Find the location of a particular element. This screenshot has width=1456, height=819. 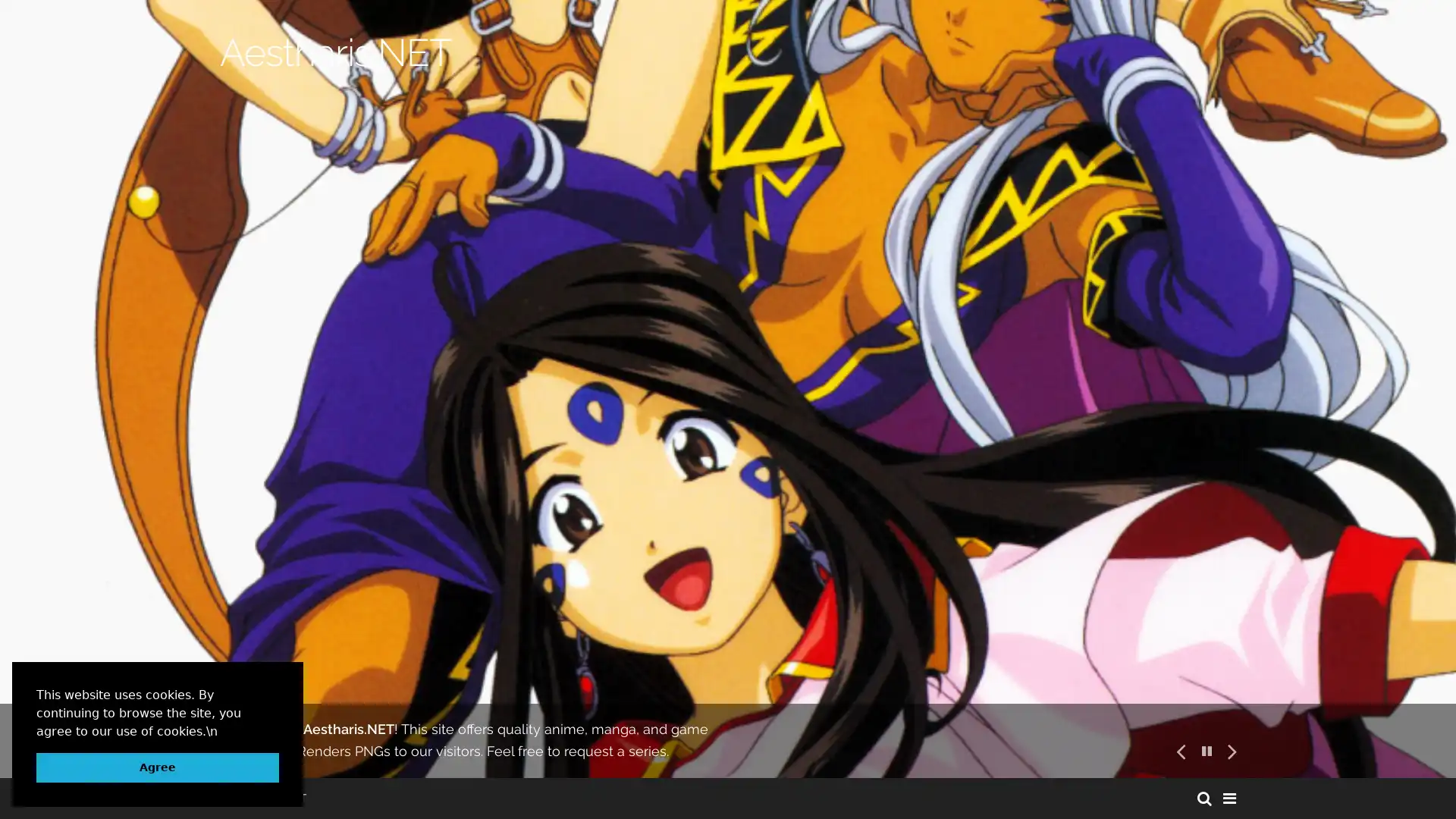

dismiss cookie message is located at coordinates (157, 767).